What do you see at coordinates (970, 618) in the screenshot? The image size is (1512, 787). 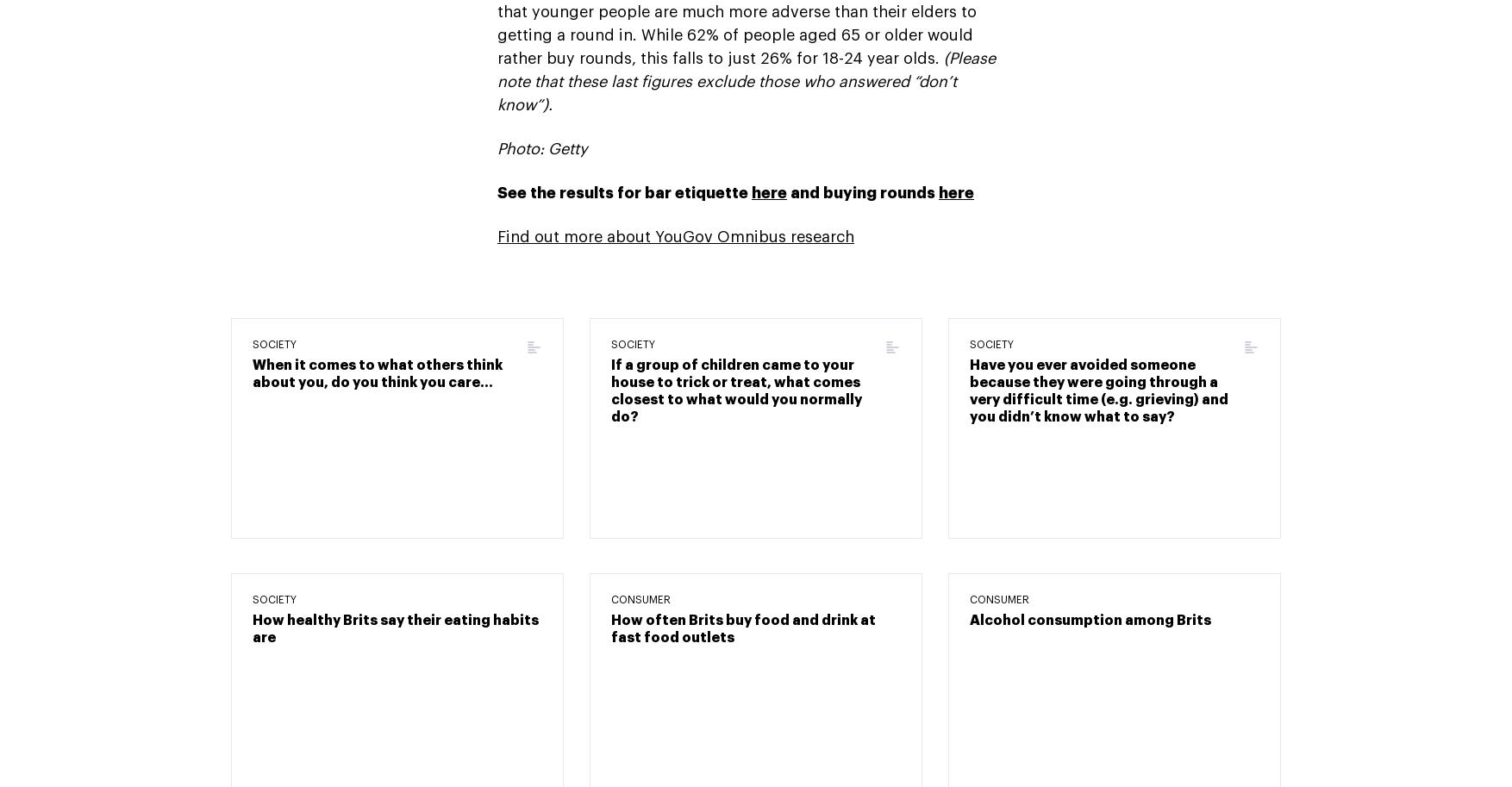 I see `'Alcohol consumption among Brits'` at bounding box center [970, 618].